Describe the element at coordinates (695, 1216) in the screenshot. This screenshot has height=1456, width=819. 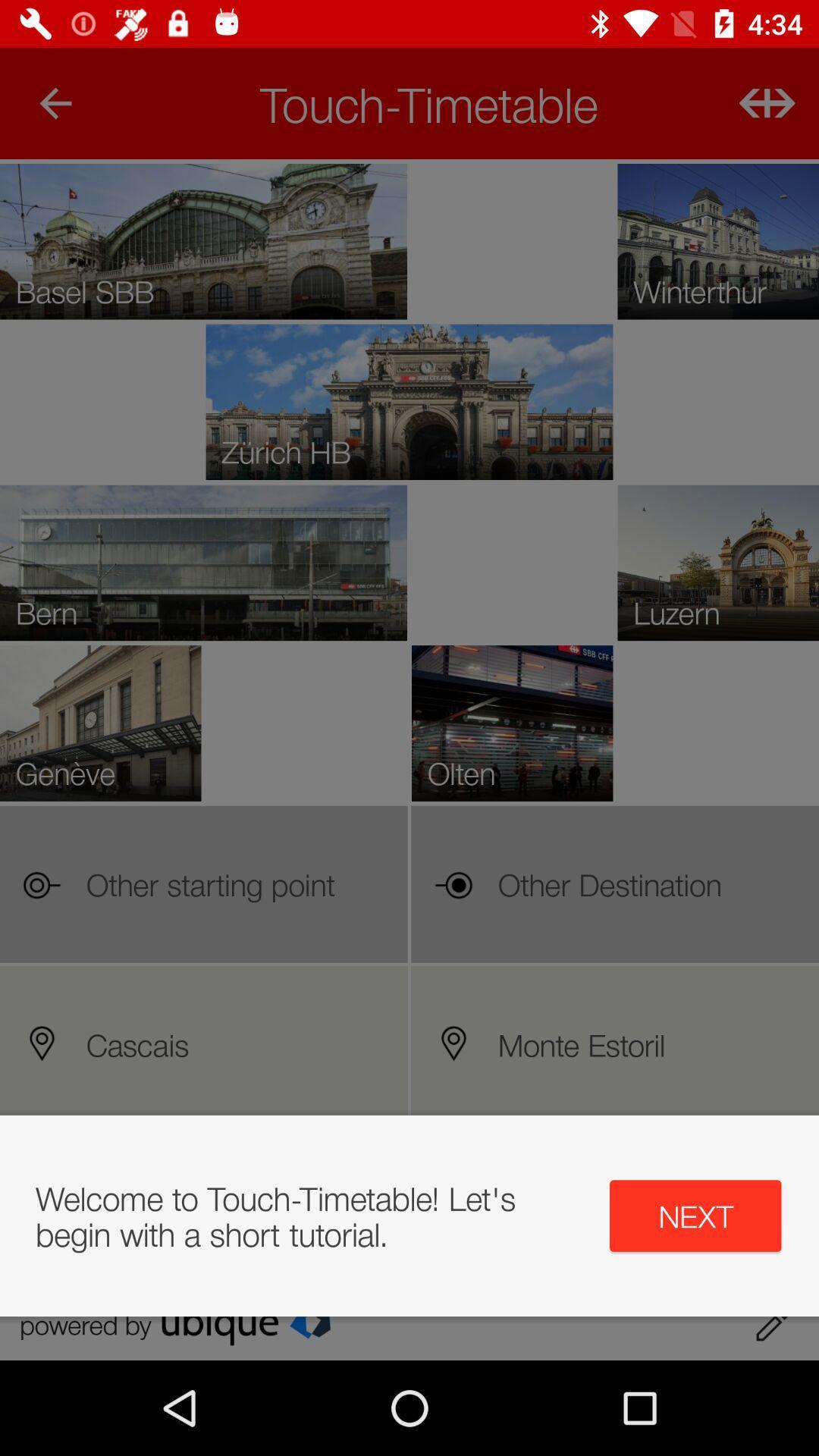
I see `next item` at that location.